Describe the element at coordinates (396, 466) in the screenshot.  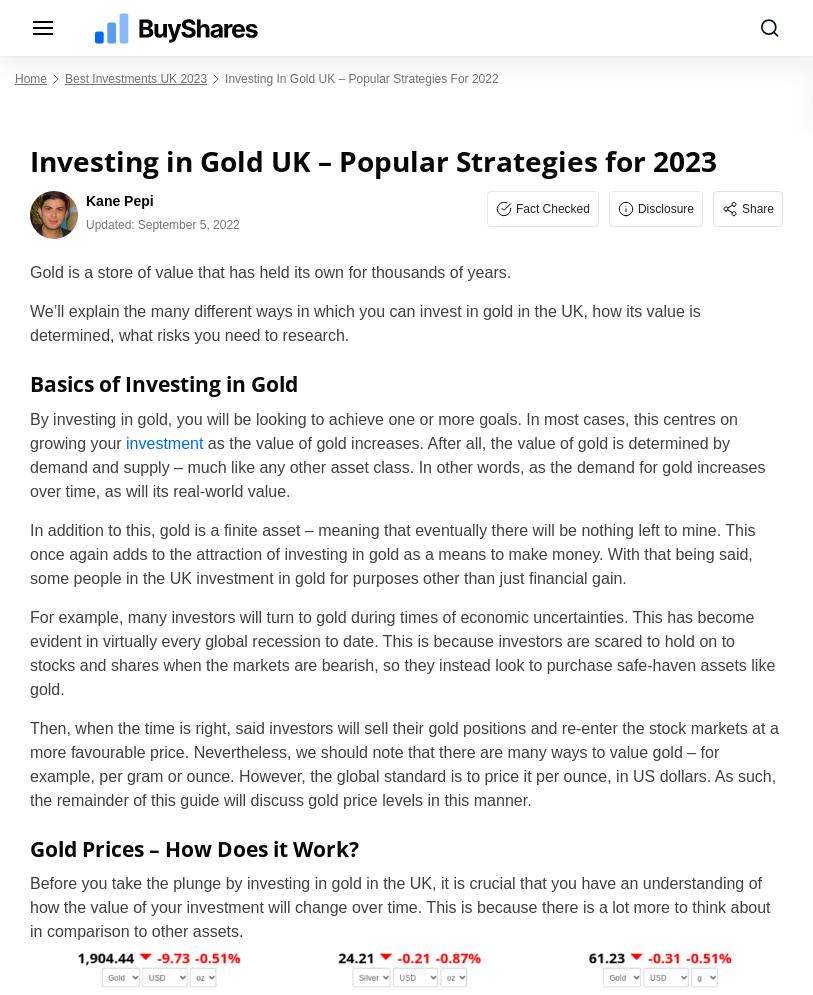
I see `'as the value of gold increases. After all, the value of gold is determined by demand and supply – much like any other asset class. In other words, as the demand for gold increases over time, as will its real-world value.'` at that location.